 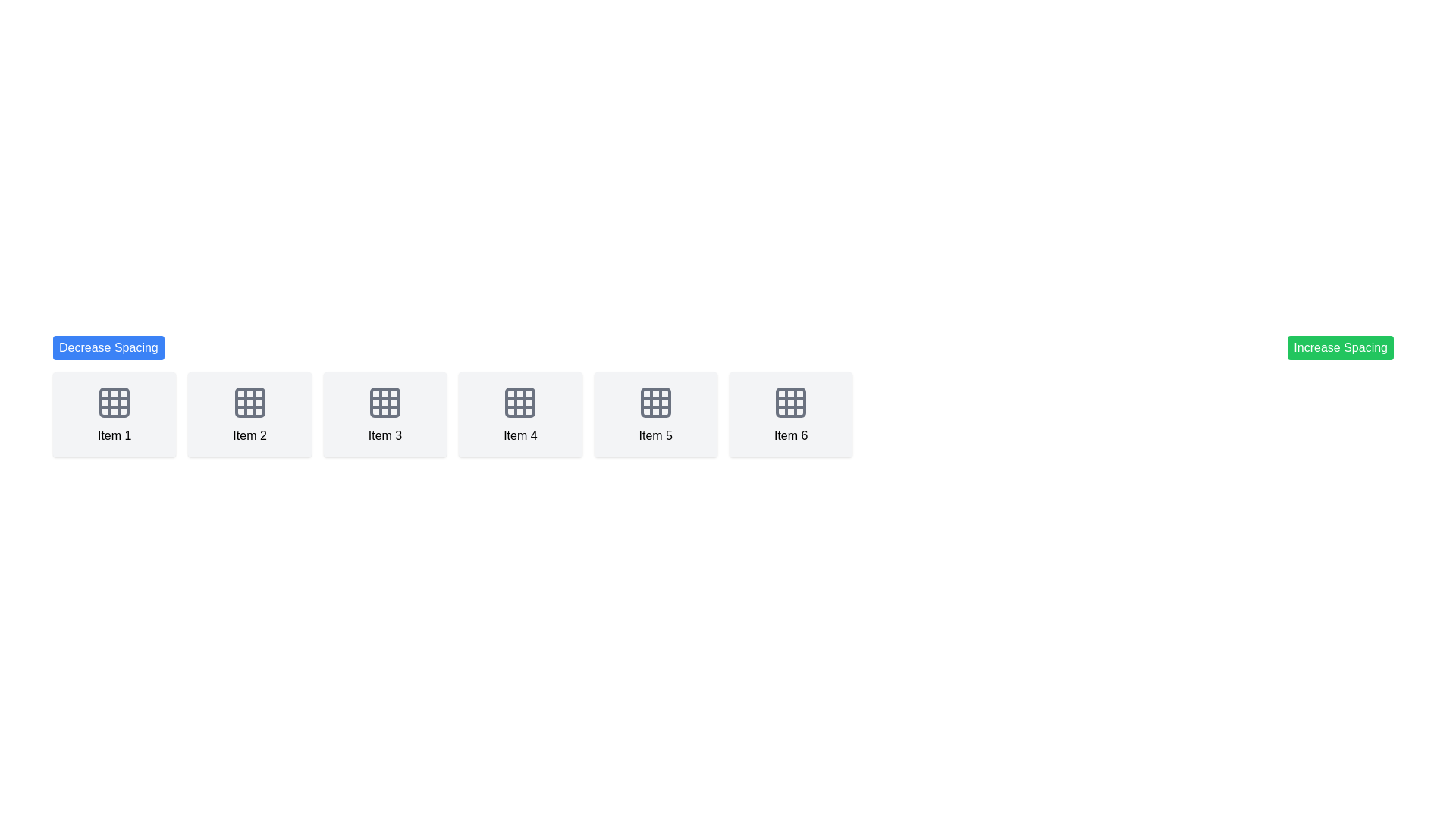 I want to click on the grid icon representing 'Item 3', which is the third element in a horizontal row of items against a light gray background, so click(x=385, y=402).